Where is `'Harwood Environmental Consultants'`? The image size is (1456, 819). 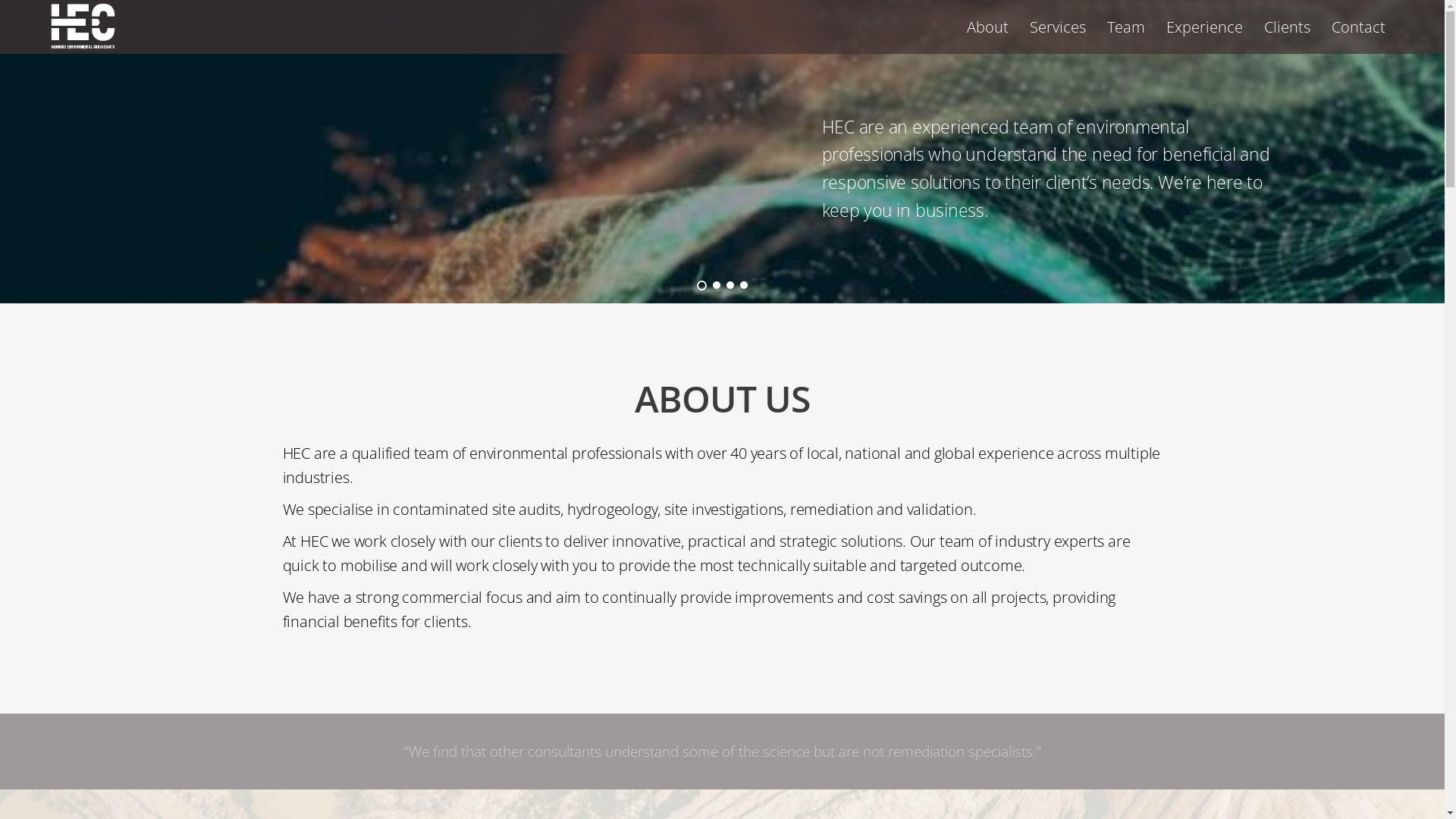 'Harwood Environmental Consultants' is located at coordinates (50, 39).